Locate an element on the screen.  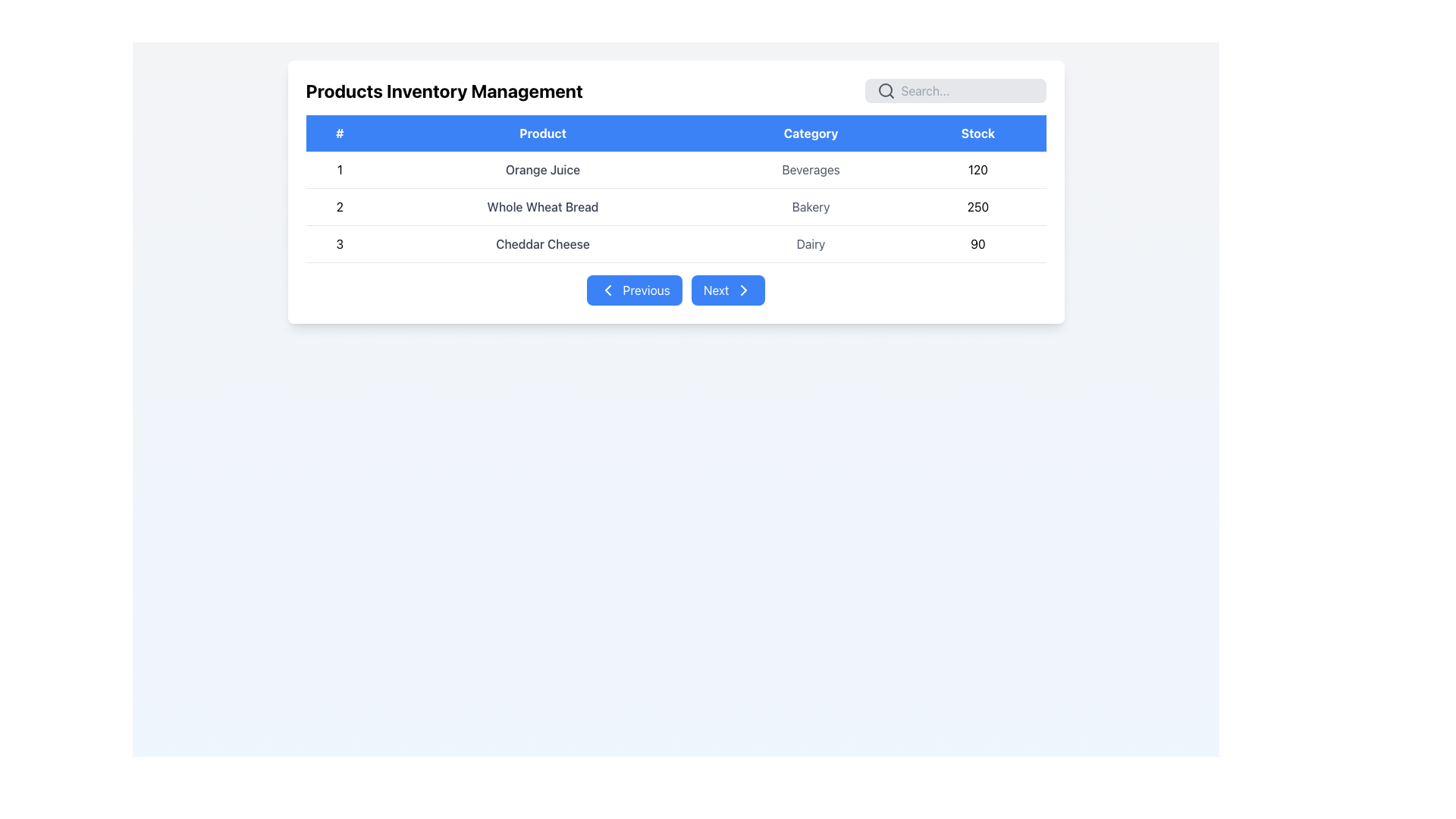
the Text Display element that shows the numeric value '90' in the 'Stock' column of the third row in the table, representing 'Cheddar Cheese' is located at coordinates (977, 243).